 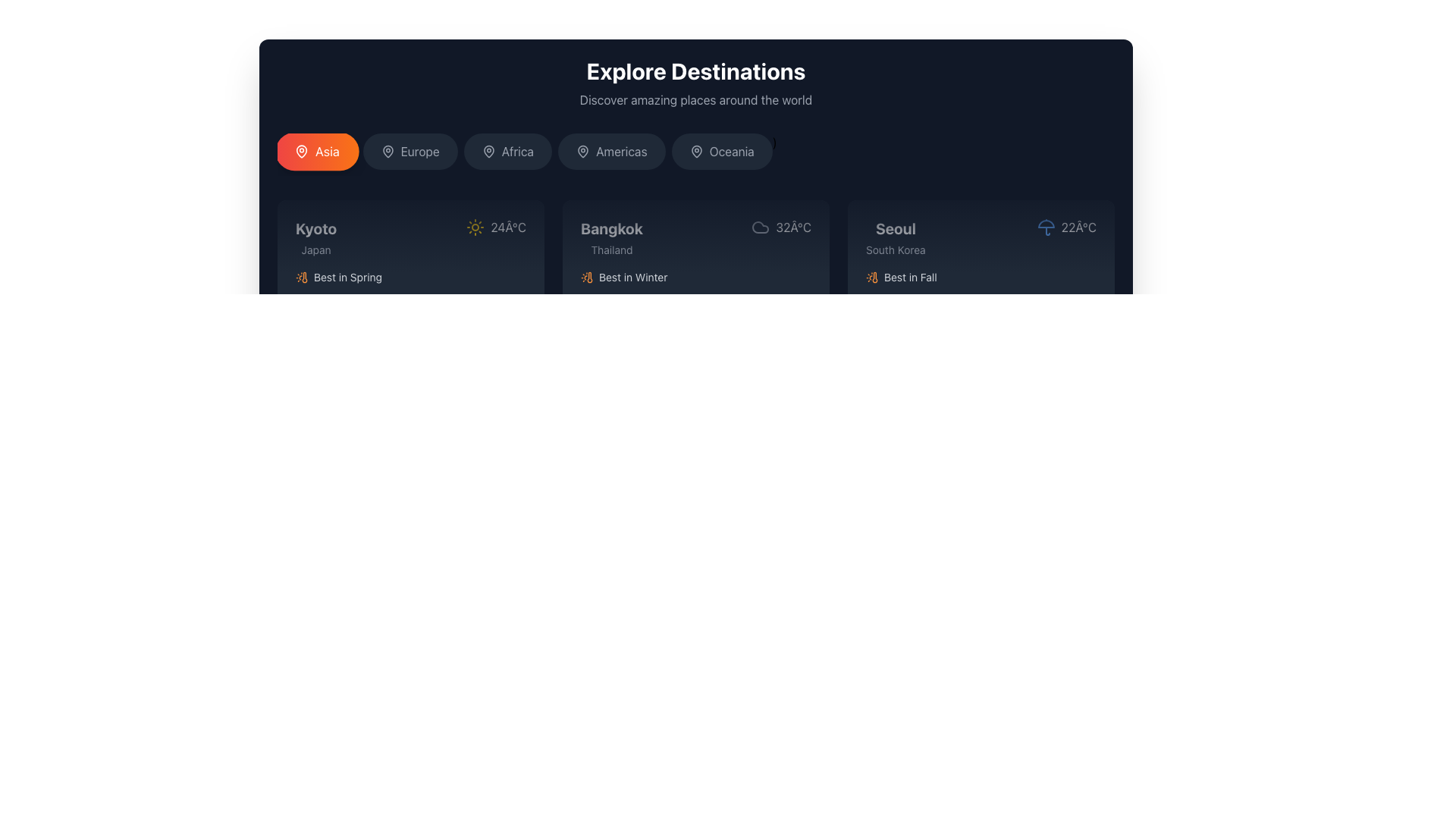 I want to click on the 'Americas' button, which is a rectangular button with rounded corners, dark gray background, and contains a map pin icon and white text centered within it, so click(x=611, y=152).